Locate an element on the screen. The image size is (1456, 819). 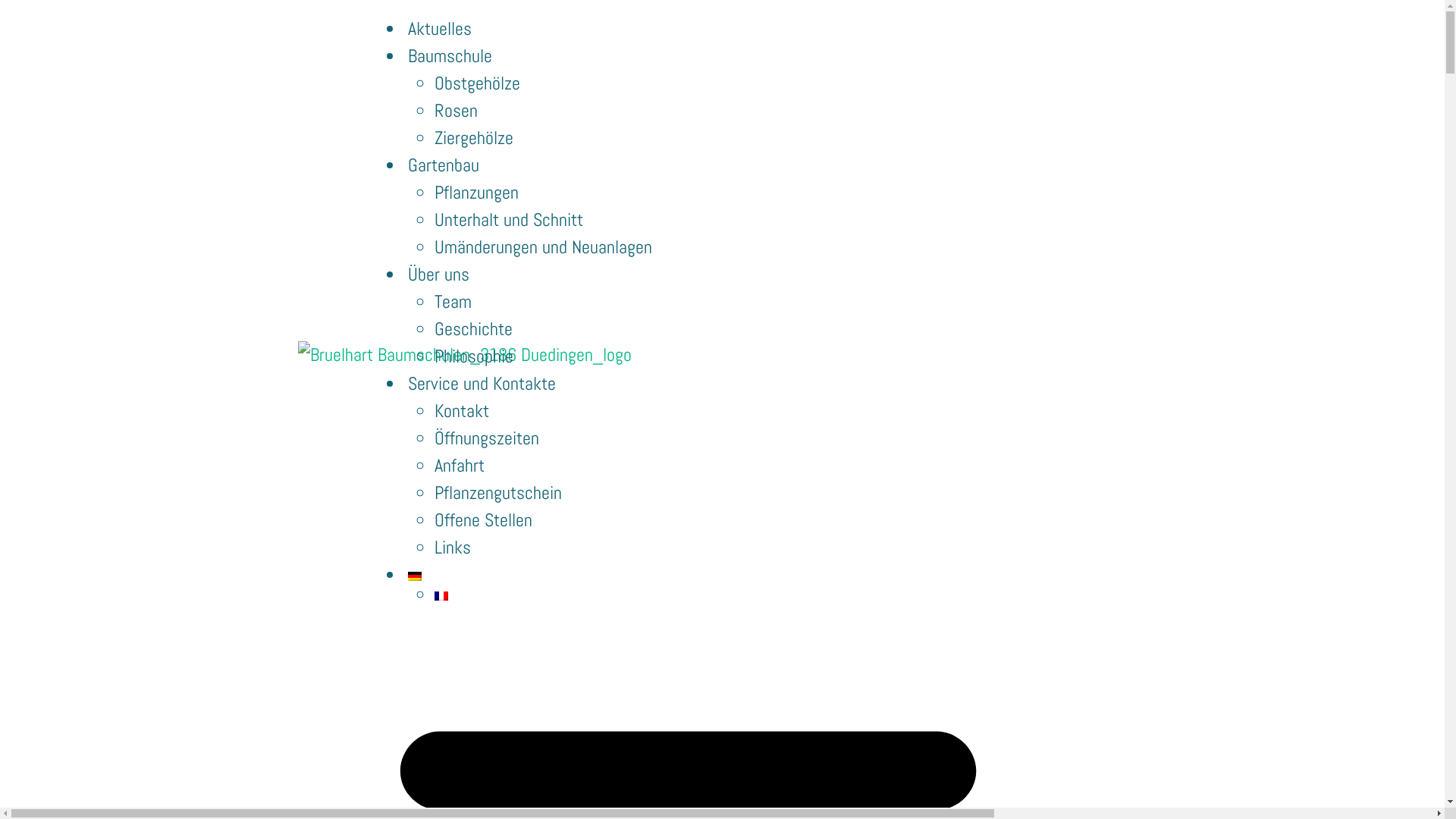
'Pflanzungen' is located at coordinates (475, 191).